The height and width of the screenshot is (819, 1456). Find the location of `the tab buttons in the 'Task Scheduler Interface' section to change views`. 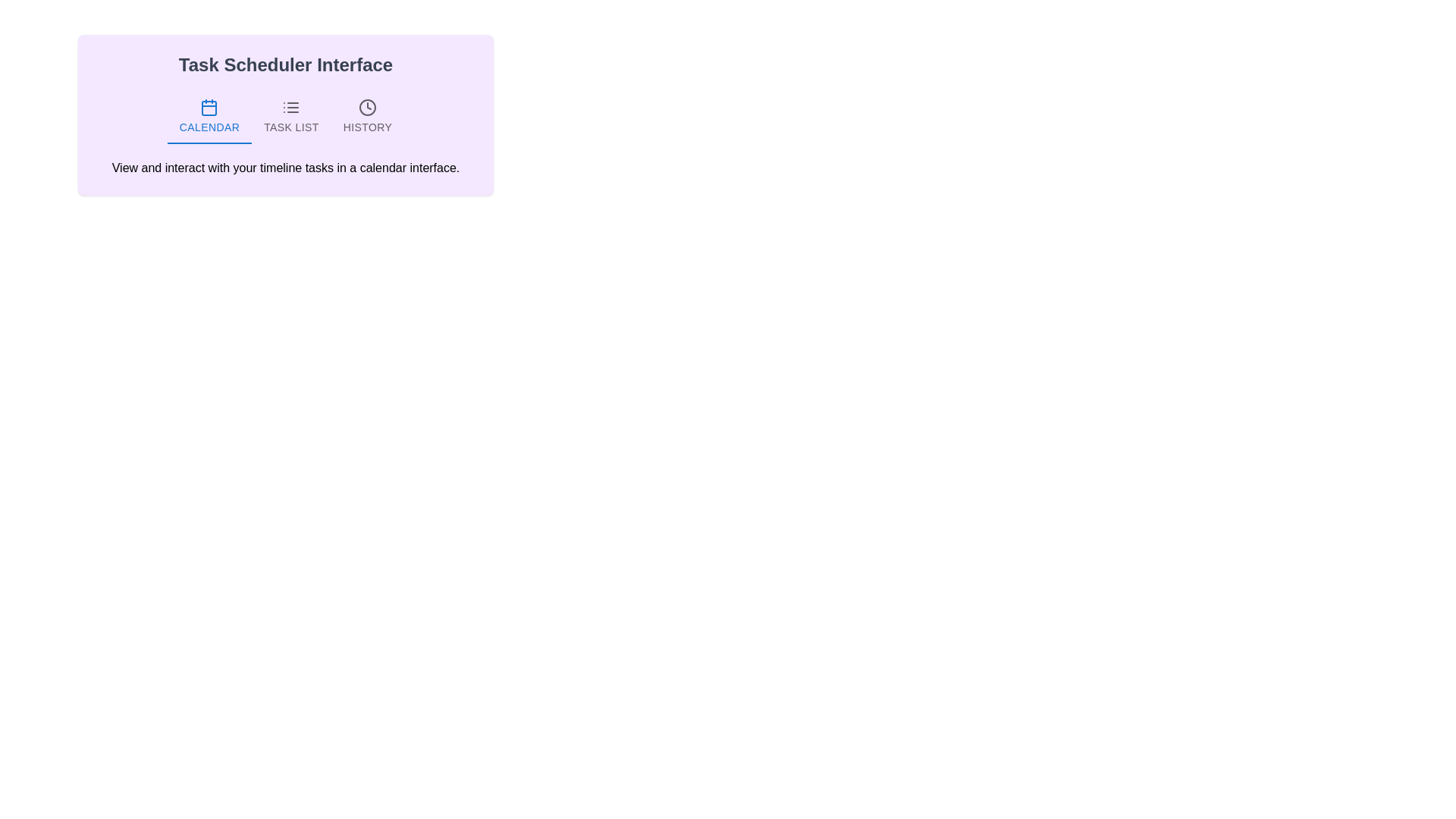

the tab buttons in the 'Task Scheduler Interface' section to change views is located at coordinates (286, 114).